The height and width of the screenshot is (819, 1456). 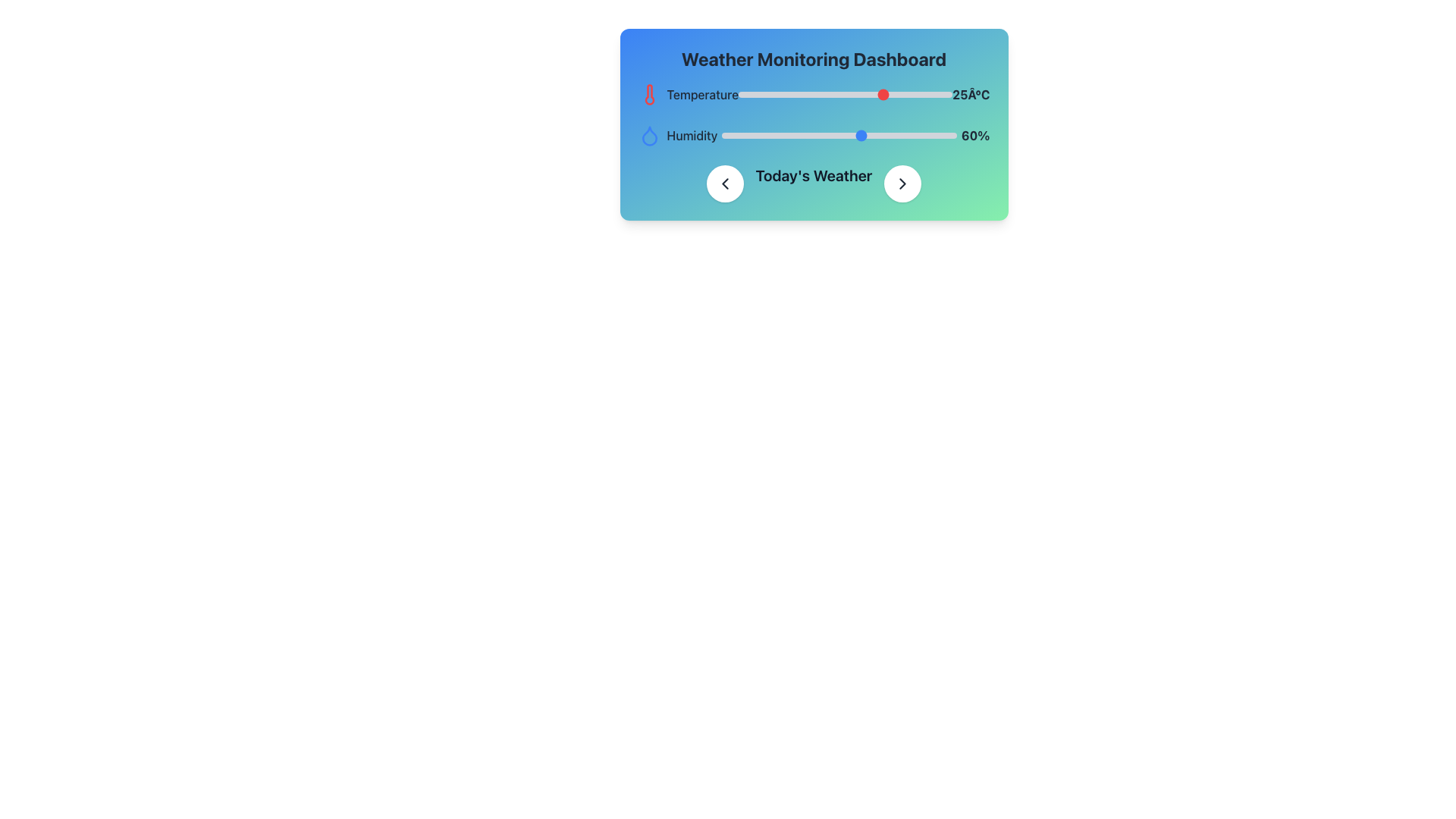 What do you see at coordinates (902, 183) in the screenshot?
I see `the rightmost navigation button for 'Today's Weather'` at bounding box center [902, 183].